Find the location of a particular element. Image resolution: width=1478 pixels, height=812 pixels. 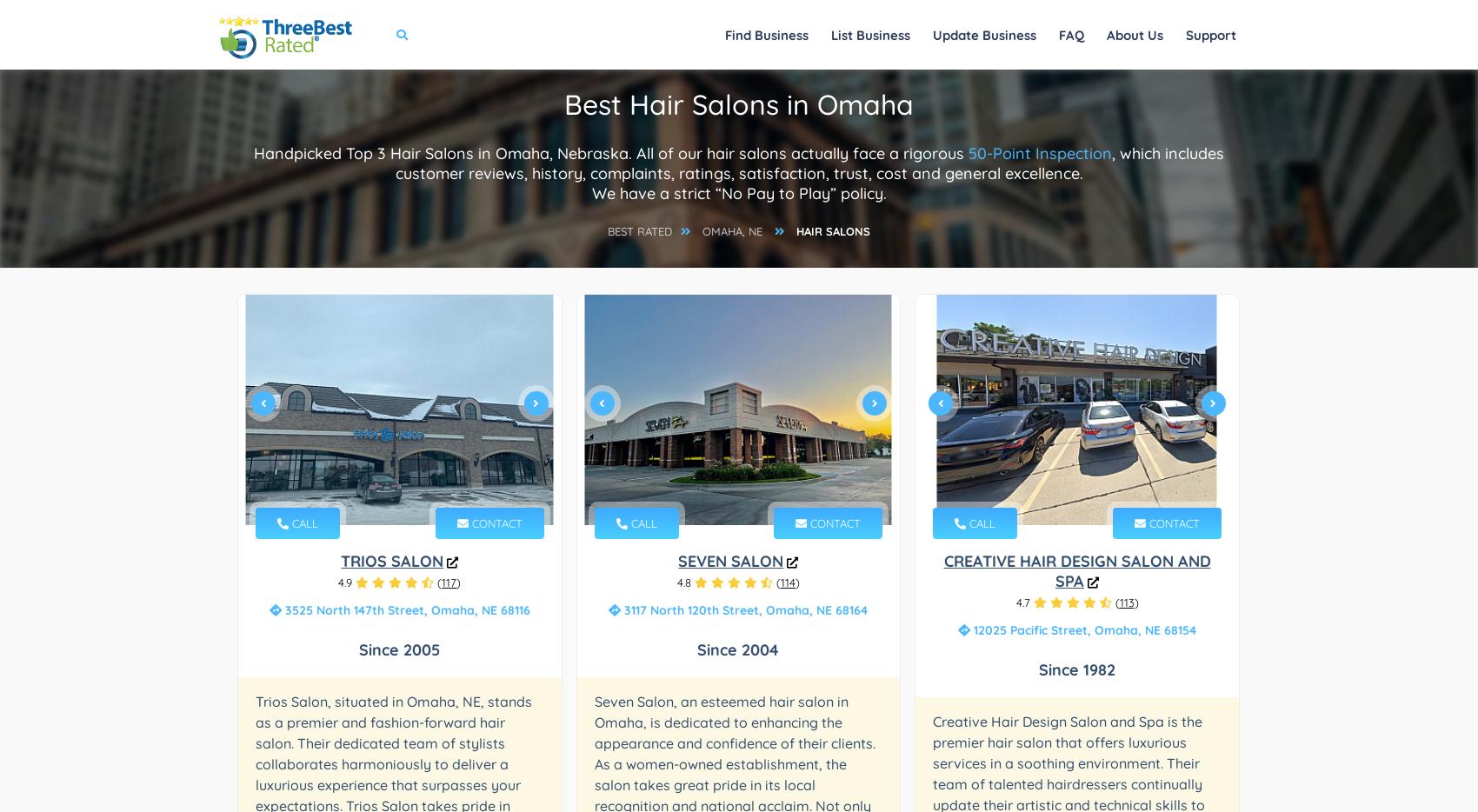

'114' is located at coordinates (779, 581).